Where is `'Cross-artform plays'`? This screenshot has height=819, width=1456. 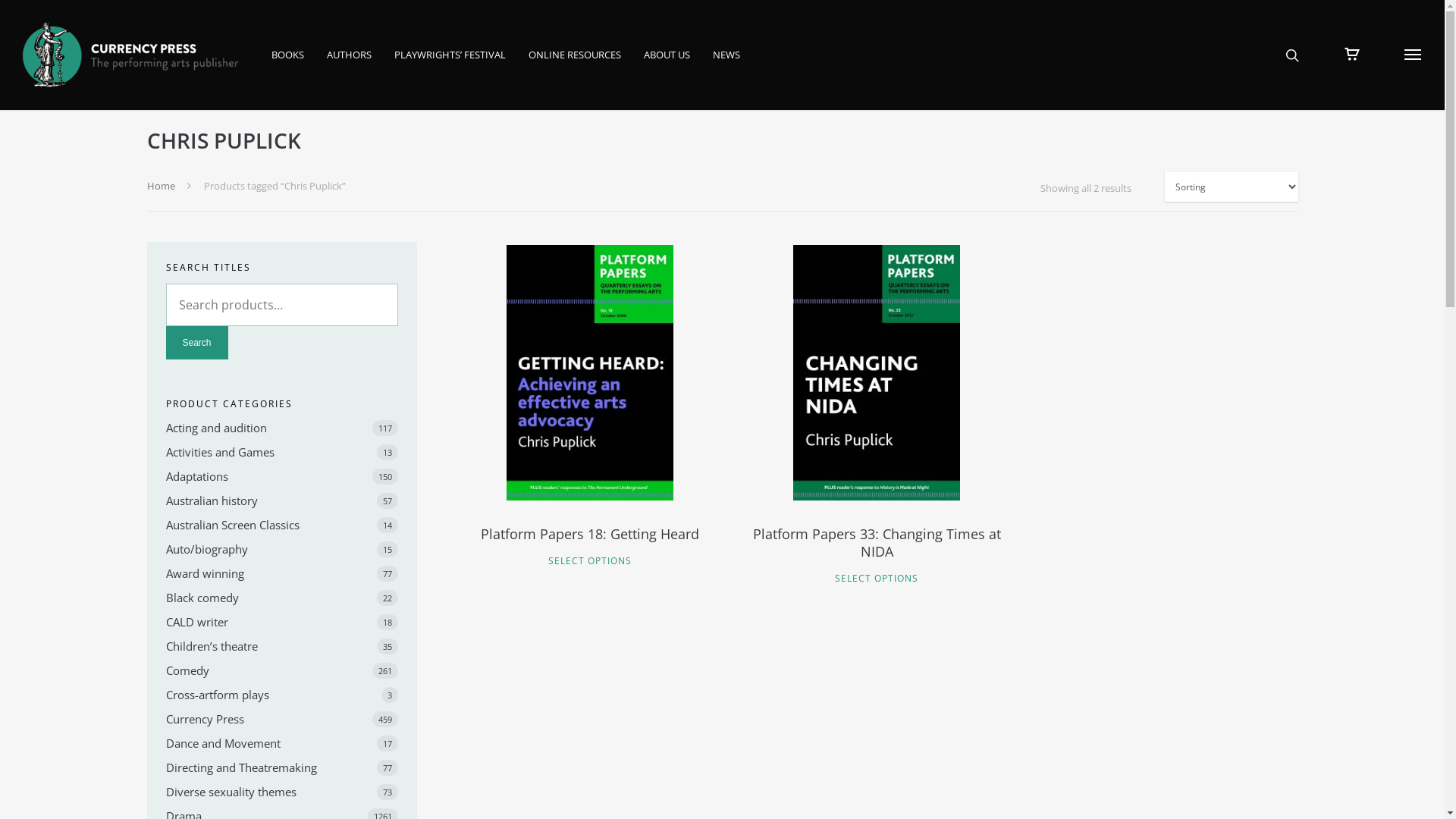 'Cross-artform plays' is located at coordinates (281, 694).